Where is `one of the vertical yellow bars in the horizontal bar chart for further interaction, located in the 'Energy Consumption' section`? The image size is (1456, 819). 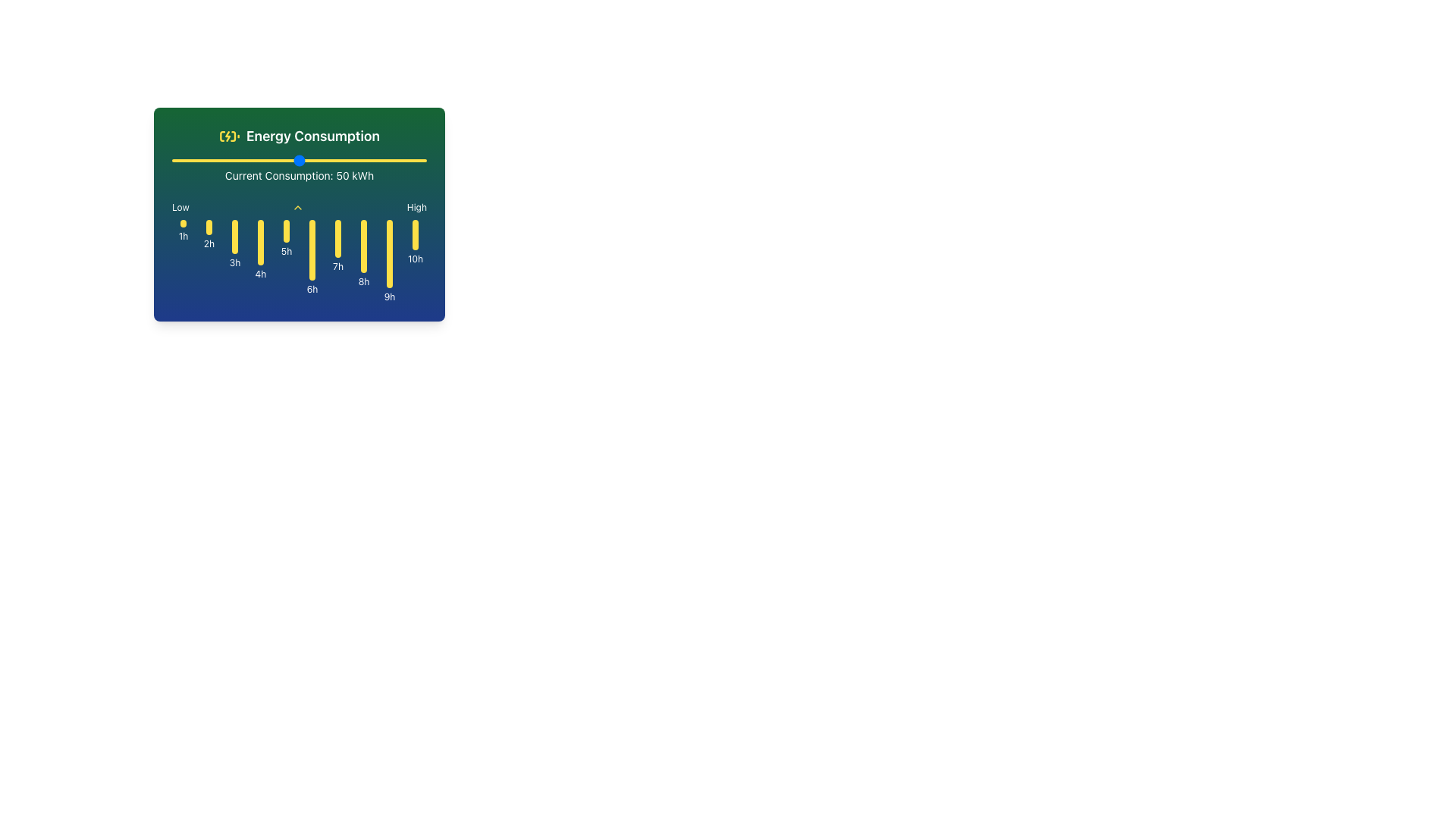 one of the vertical yellow bars in the horizontal bar chart for further interaction, located in the 'Energy Consumption' section is located at coordinates (299, 260).